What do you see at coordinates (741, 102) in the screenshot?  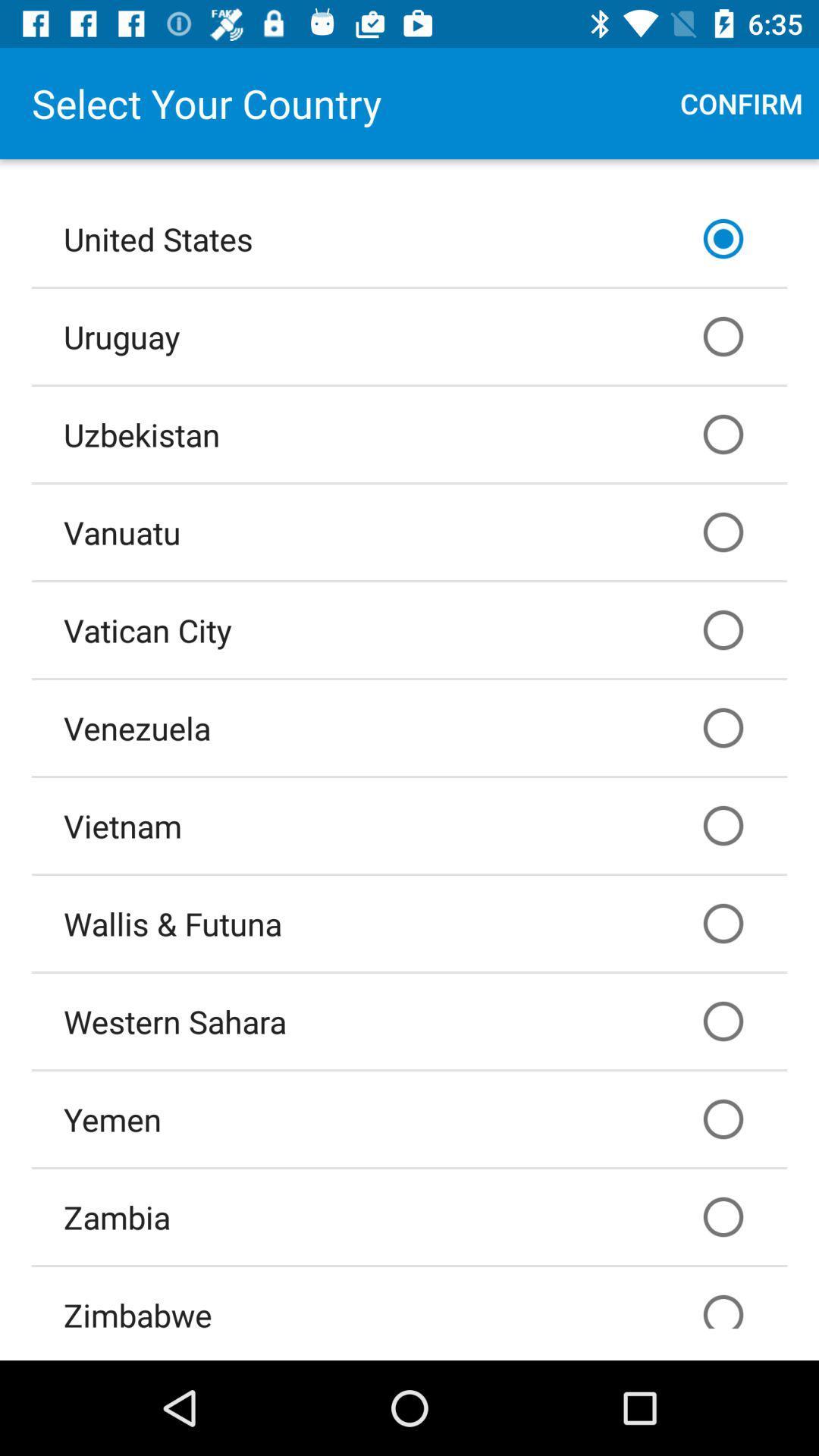 I see `item next to the select your country item` at bounding box center [741, 102].